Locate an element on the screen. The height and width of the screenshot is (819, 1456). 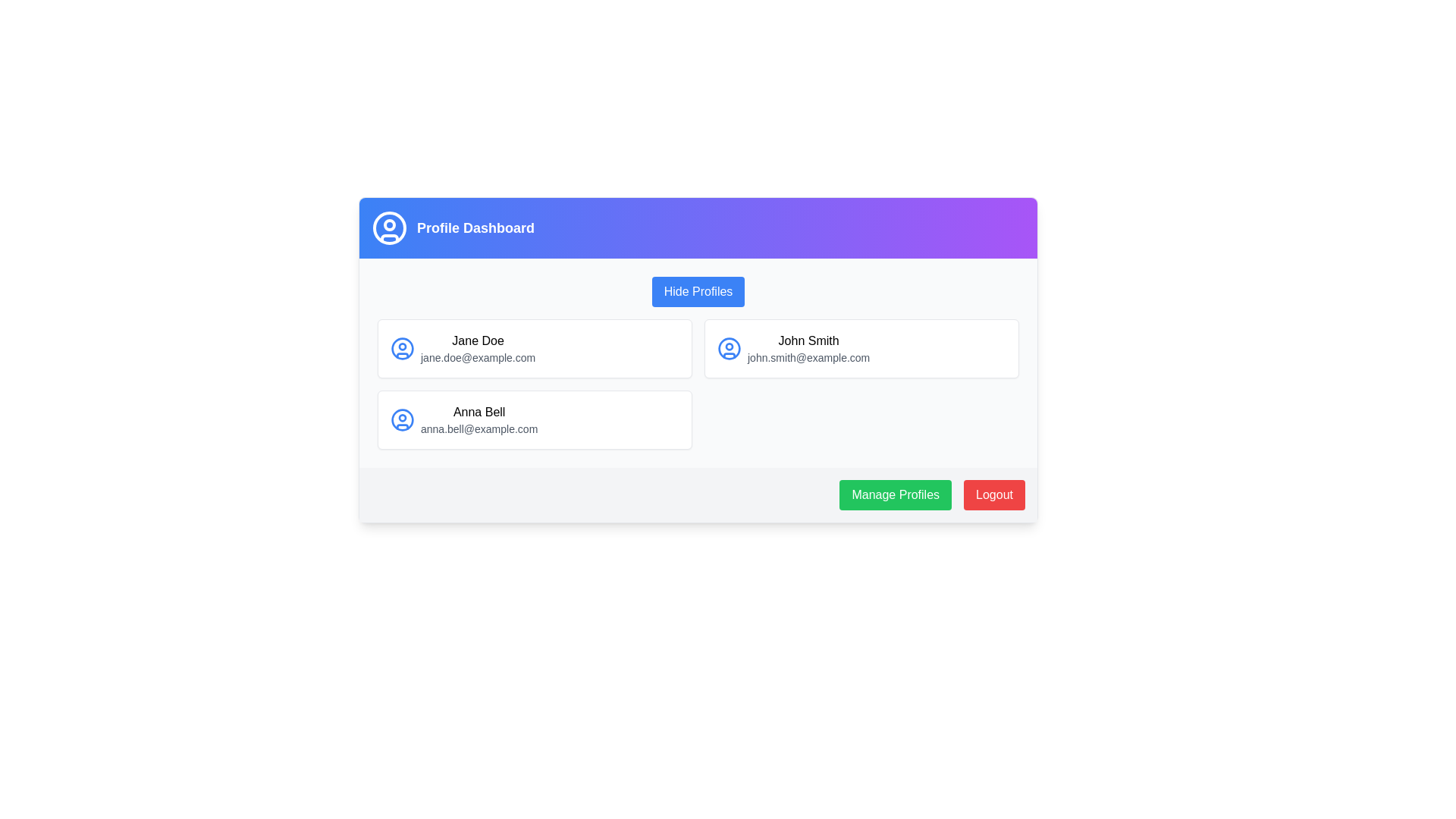
the green rectangular button labeled 'Manage Profiles' located in the lower-right corner of the interface is located at coordinates (896, 494).